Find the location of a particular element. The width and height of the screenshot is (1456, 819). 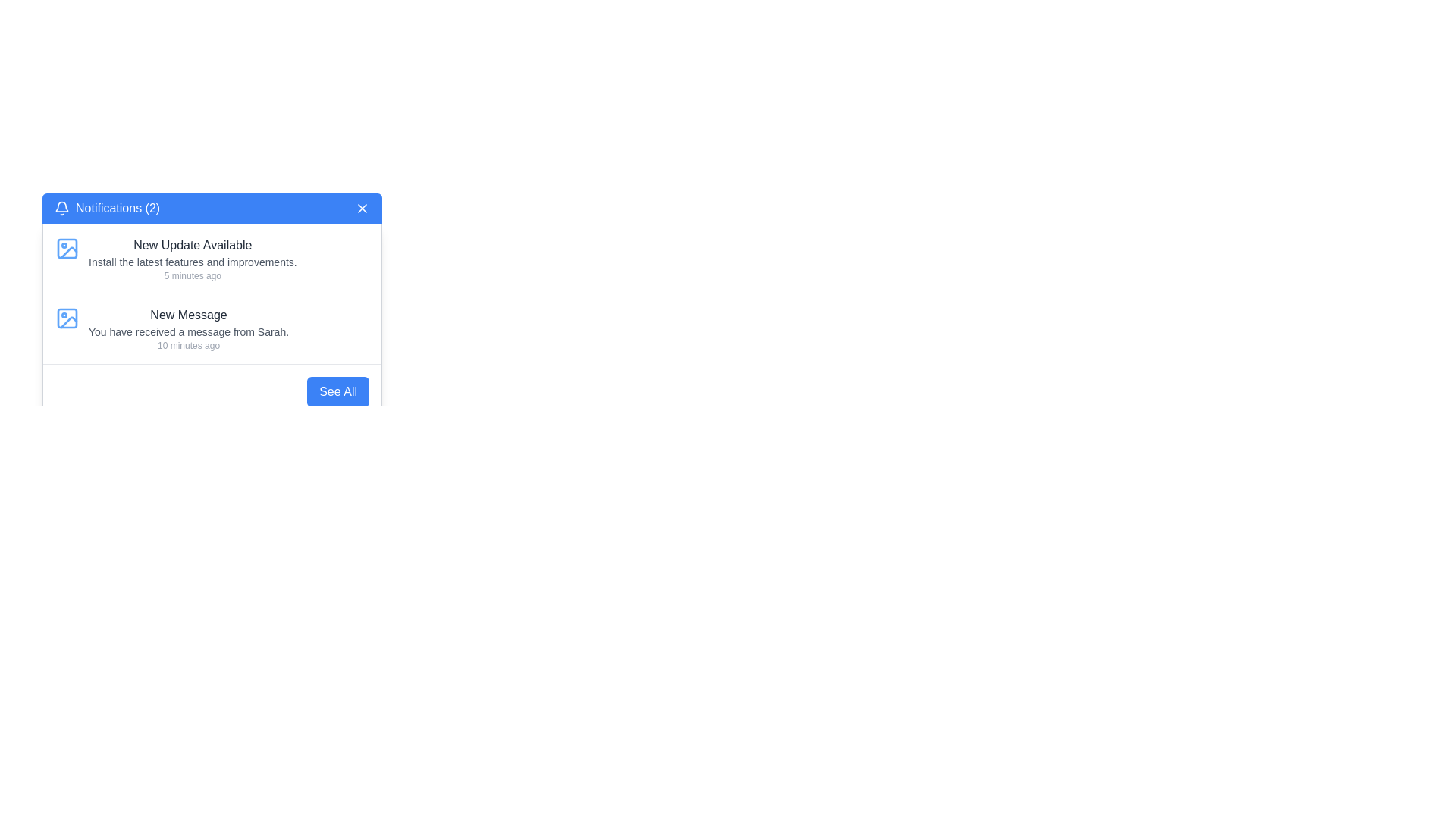

the Text Label that serves as a heading for the notification message, positioned above other text elements within the notification box is located at coordinates (188, 315).